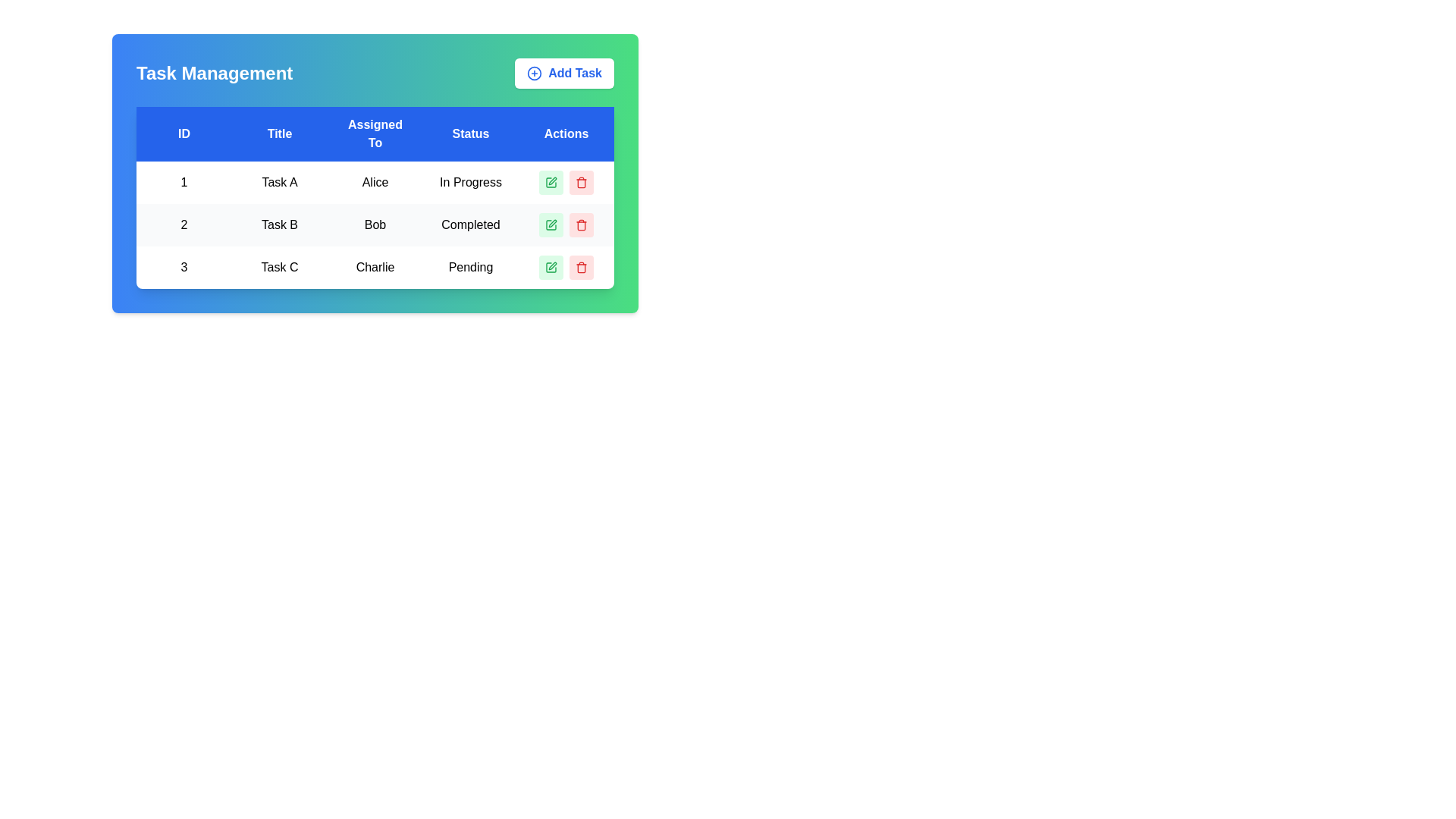  I want to click on the text label displaying 'Pending' in the 'Status' column of the table, located in the third row, so click(469, 267).